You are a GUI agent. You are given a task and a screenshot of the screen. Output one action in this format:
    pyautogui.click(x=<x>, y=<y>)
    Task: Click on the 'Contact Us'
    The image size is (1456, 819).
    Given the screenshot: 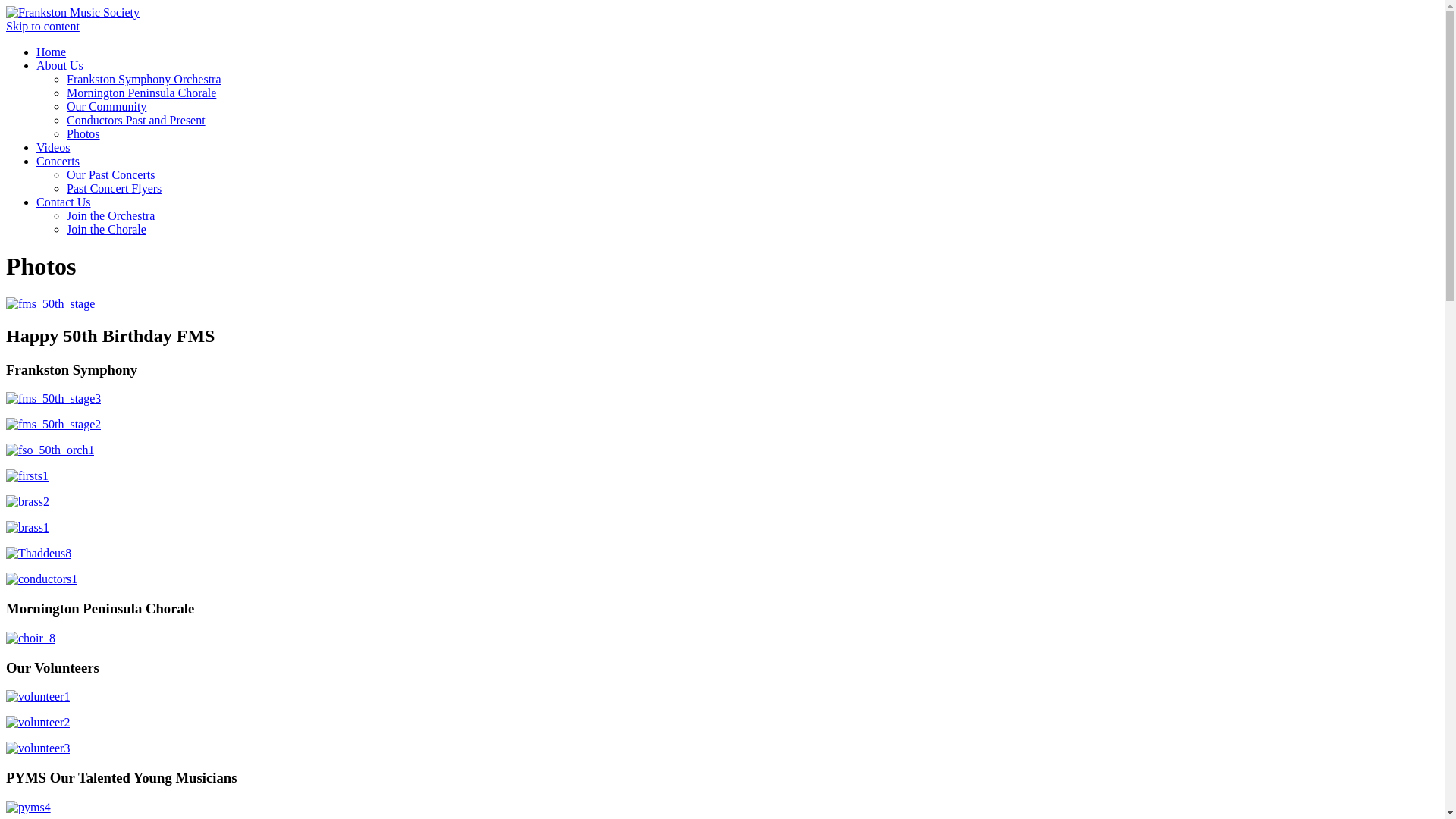 What is the action you would take?
    pyautogui.click(x=36, y=201)
    